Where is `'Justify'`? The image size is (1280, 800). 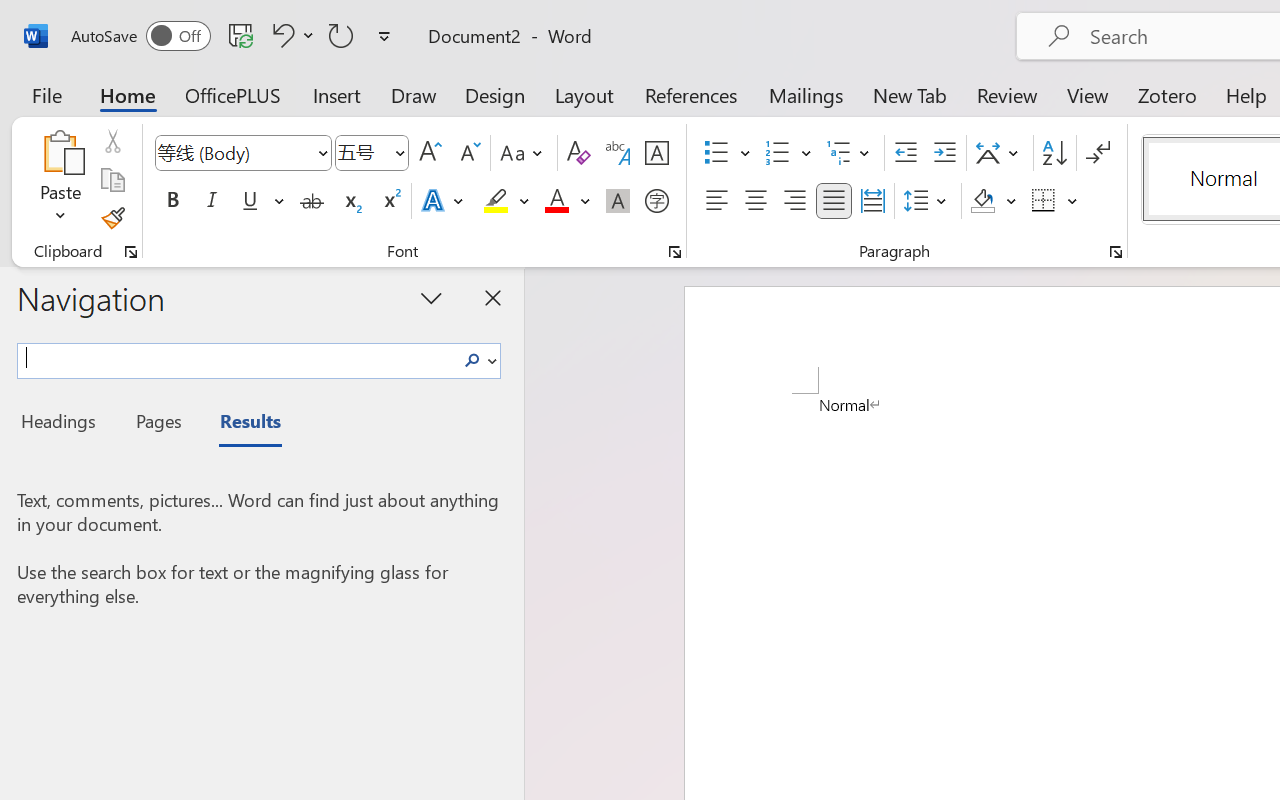 'Justify' is located at coordinates (834, 201).